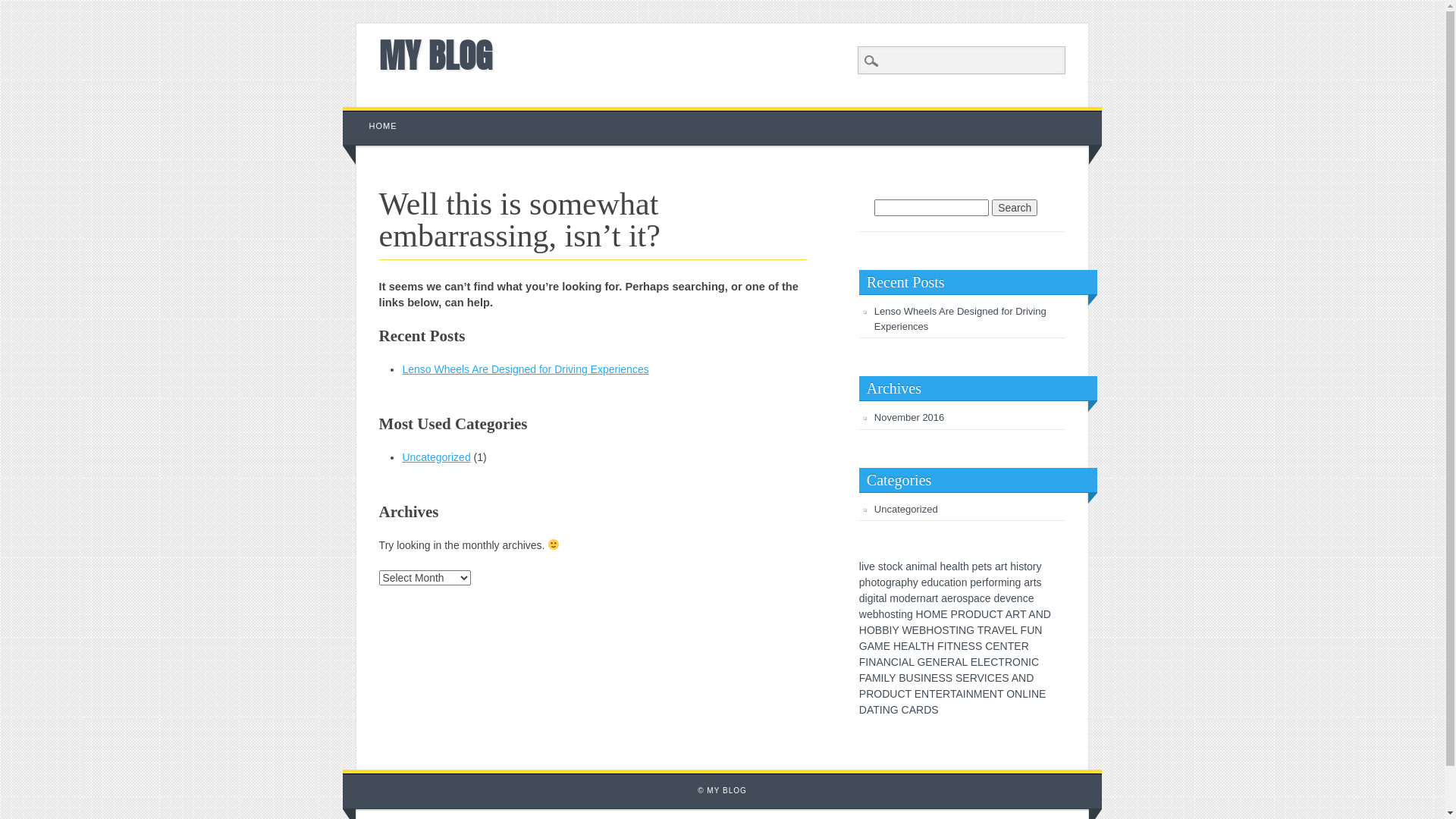 This screenshot has height=819, width=1456. Describe the element at coordinates (912, 598) in the screenshot. I see `'e'` at that location.